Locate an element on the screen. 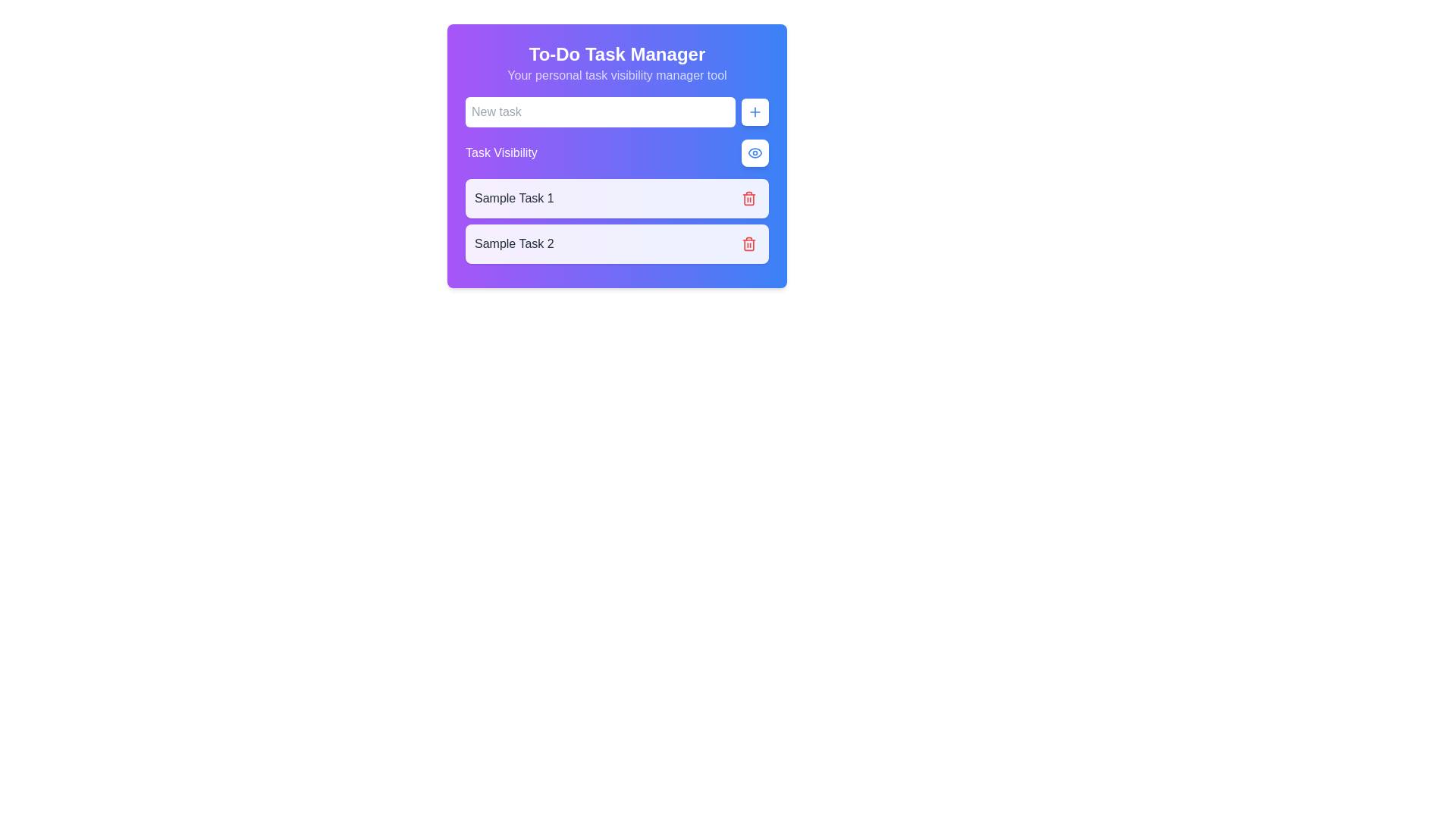 The width and height of the screenshot is (1456, 819). the square button with a white background and blue plus icon, located next to the 'New task' text input field is located at coordinates (755, 111).